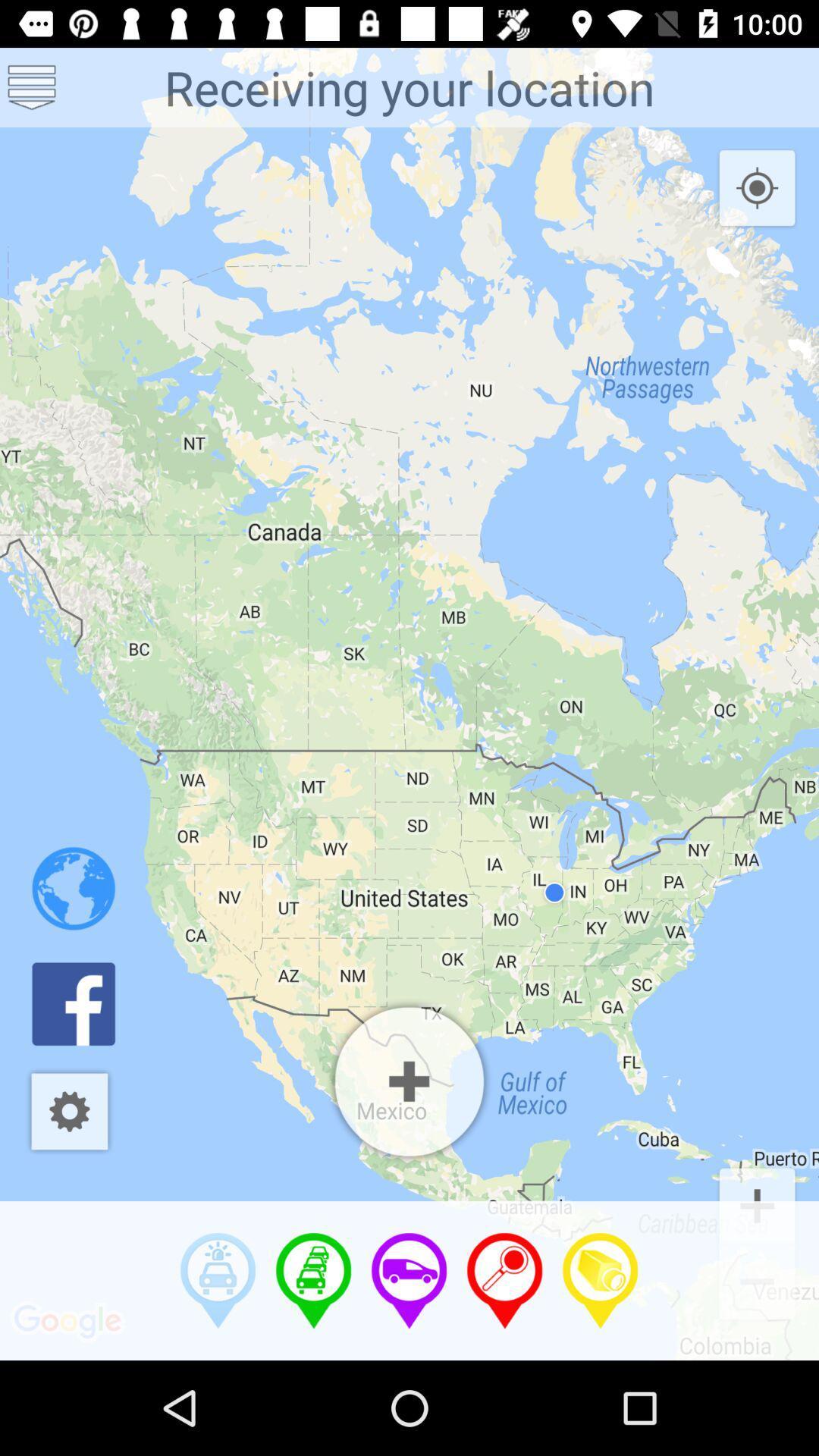  Describe the element at coordinates (69, 1111) in the screenshot. I see `the settings icon` at that location.